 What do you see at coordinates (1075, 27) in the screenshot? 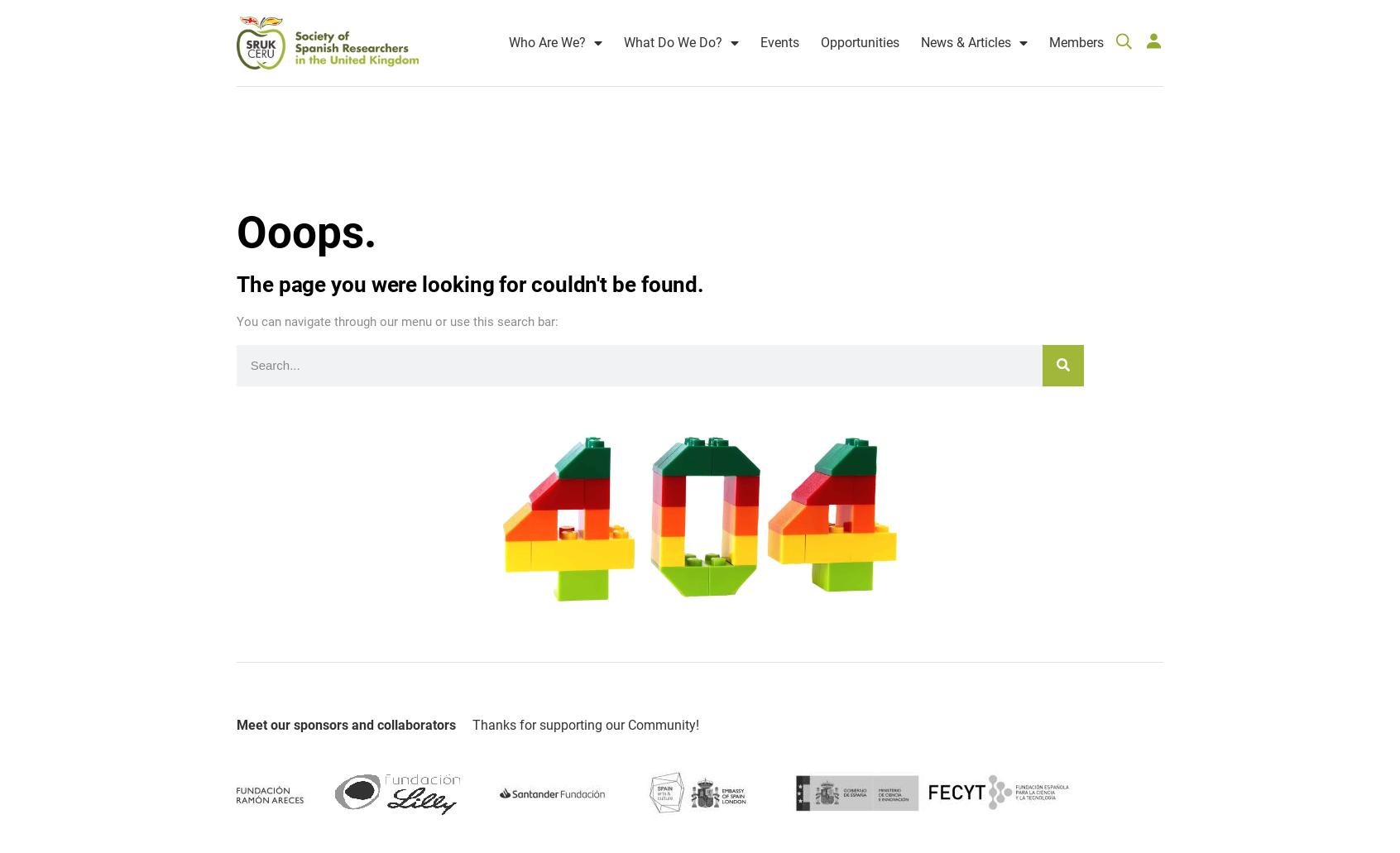
I see `'Members'` at bounding box center [1075, 27].